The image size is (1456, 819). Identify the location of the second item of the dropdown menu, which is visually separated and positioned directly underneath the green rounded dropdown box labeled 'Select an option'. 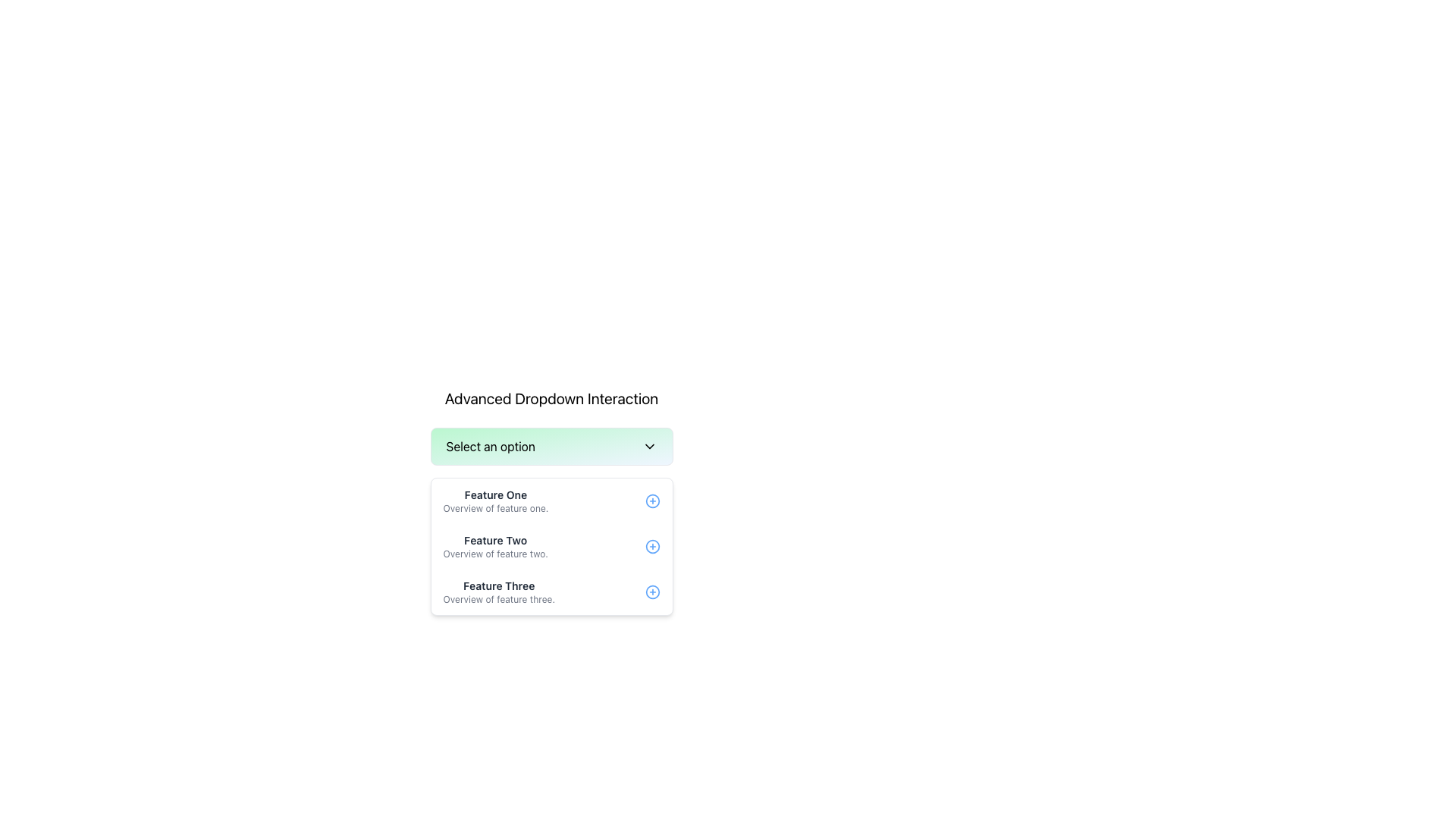
(551, 547).